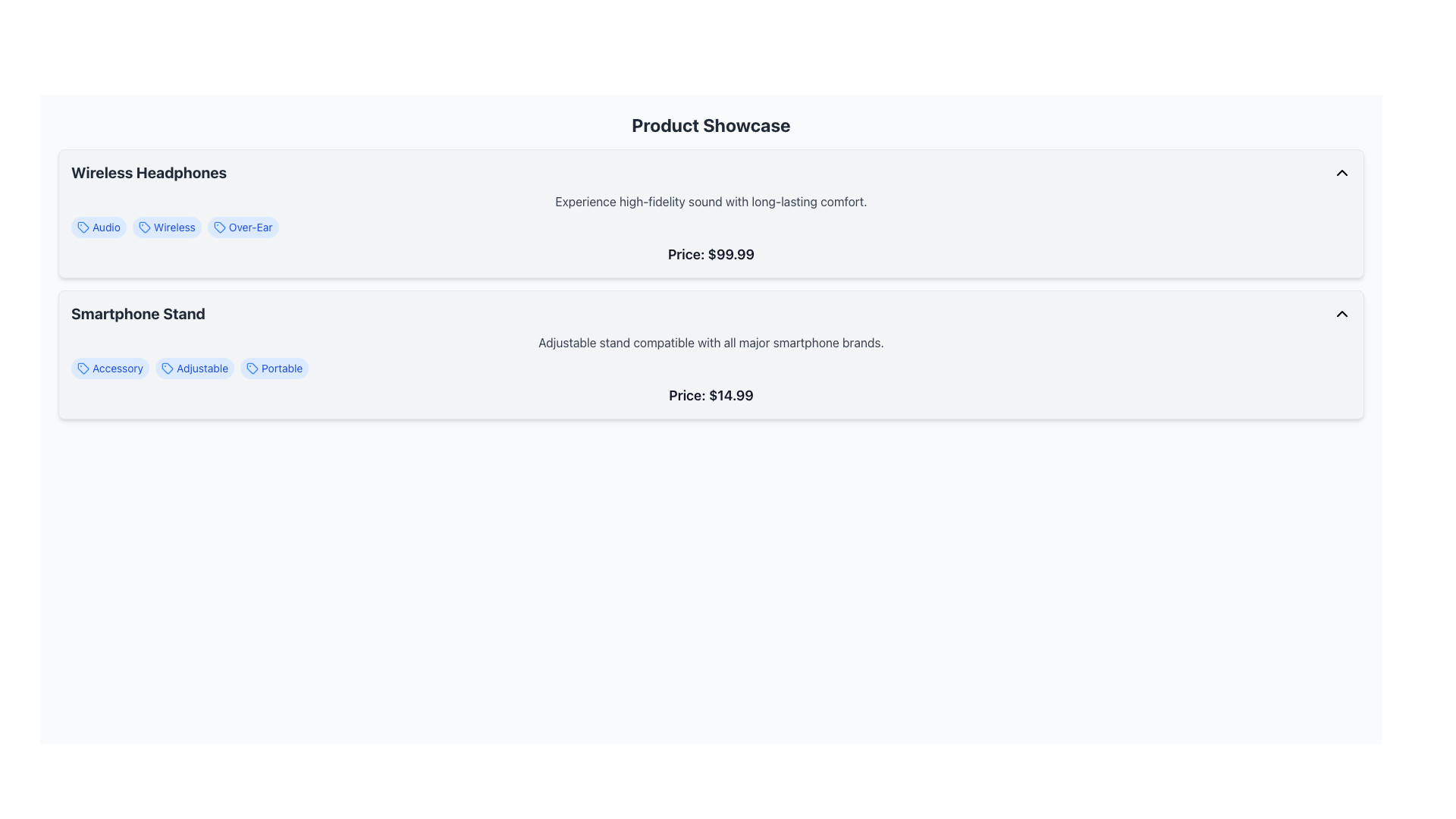 Image resolution: width=1456 pixels, height=819 pixels. I want to click on the bold text block displaying the price information '$99.99' located at the bottom of the product description card for 'Wireless Headphones', so click(710, 253).